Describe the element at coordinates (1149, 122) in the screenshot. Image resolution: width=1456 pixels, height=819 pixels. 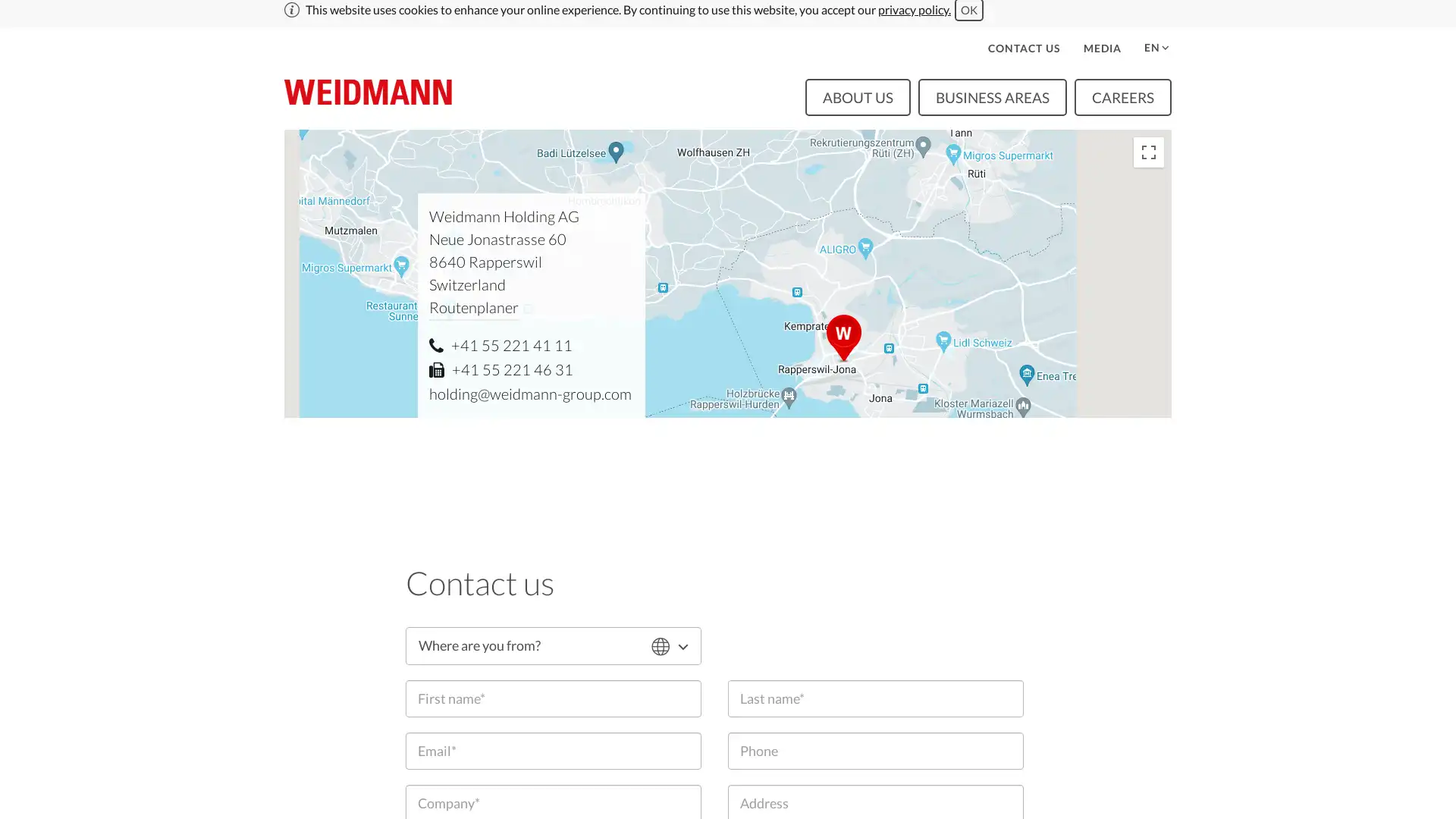
I see `Toggle fullscreen view` at that location.